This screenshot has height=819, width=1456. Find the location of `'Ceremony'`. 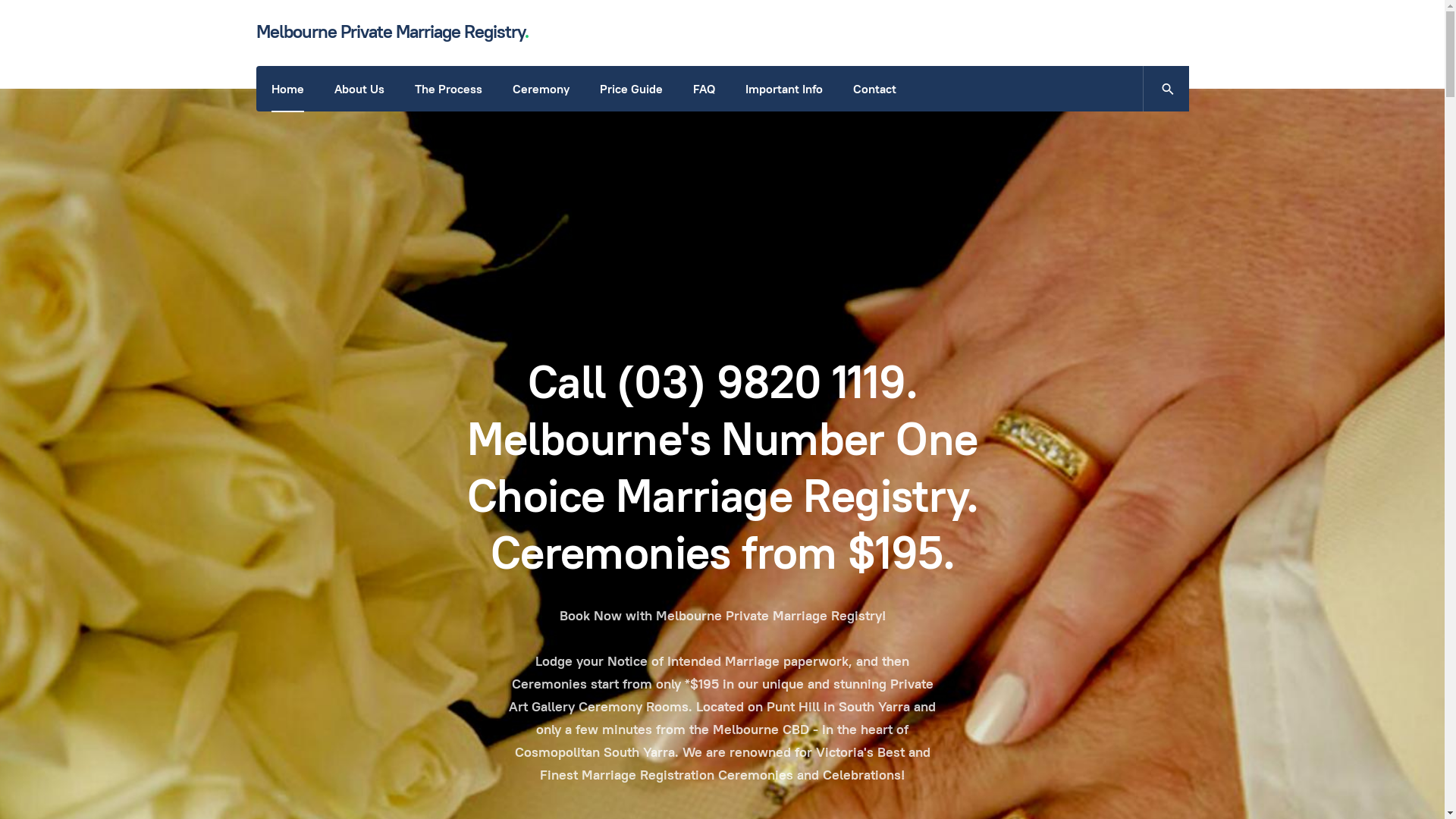

'Ceremony' is located at coordinates (541, 88).